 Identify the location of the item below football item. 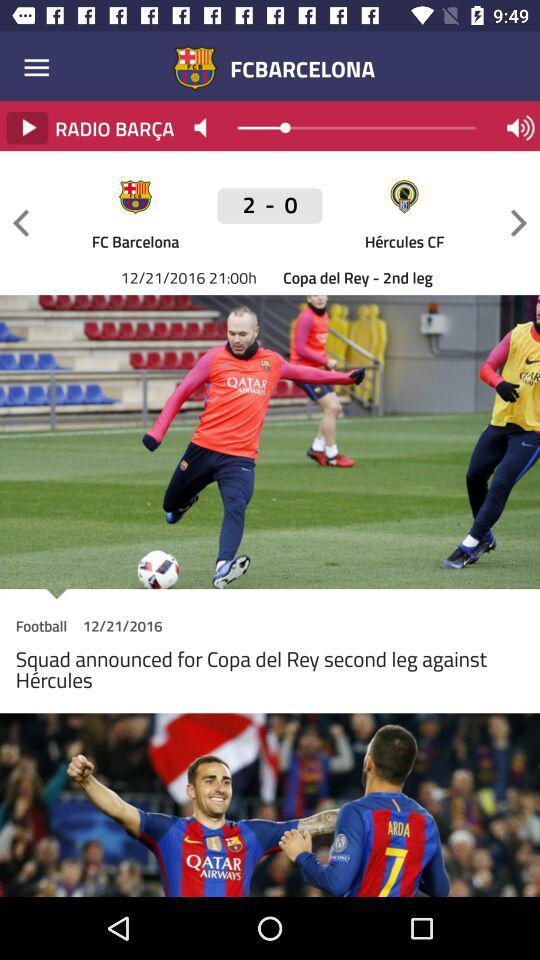
(270, 675).